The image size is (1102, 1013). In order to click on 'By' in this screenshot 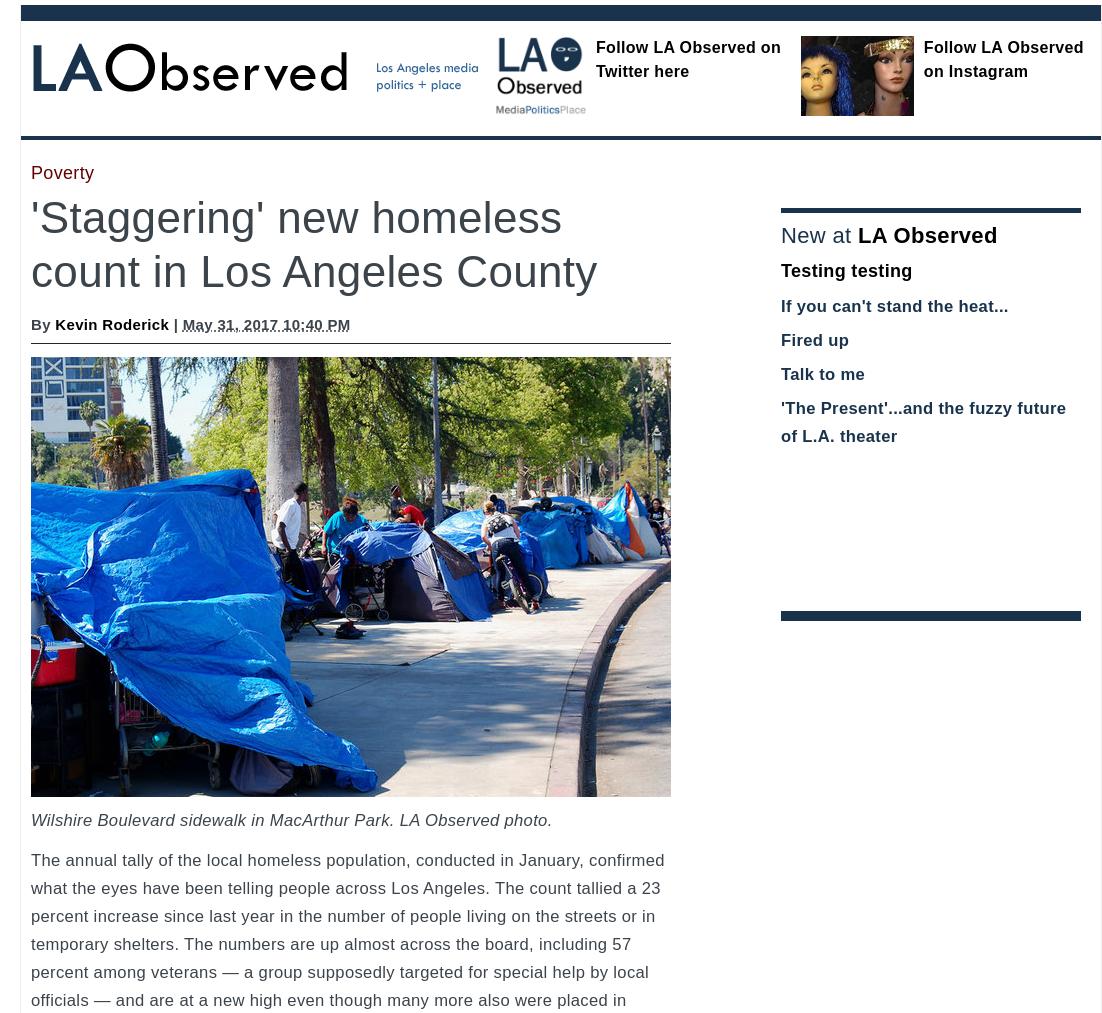, I will do `click(41, 324)`.